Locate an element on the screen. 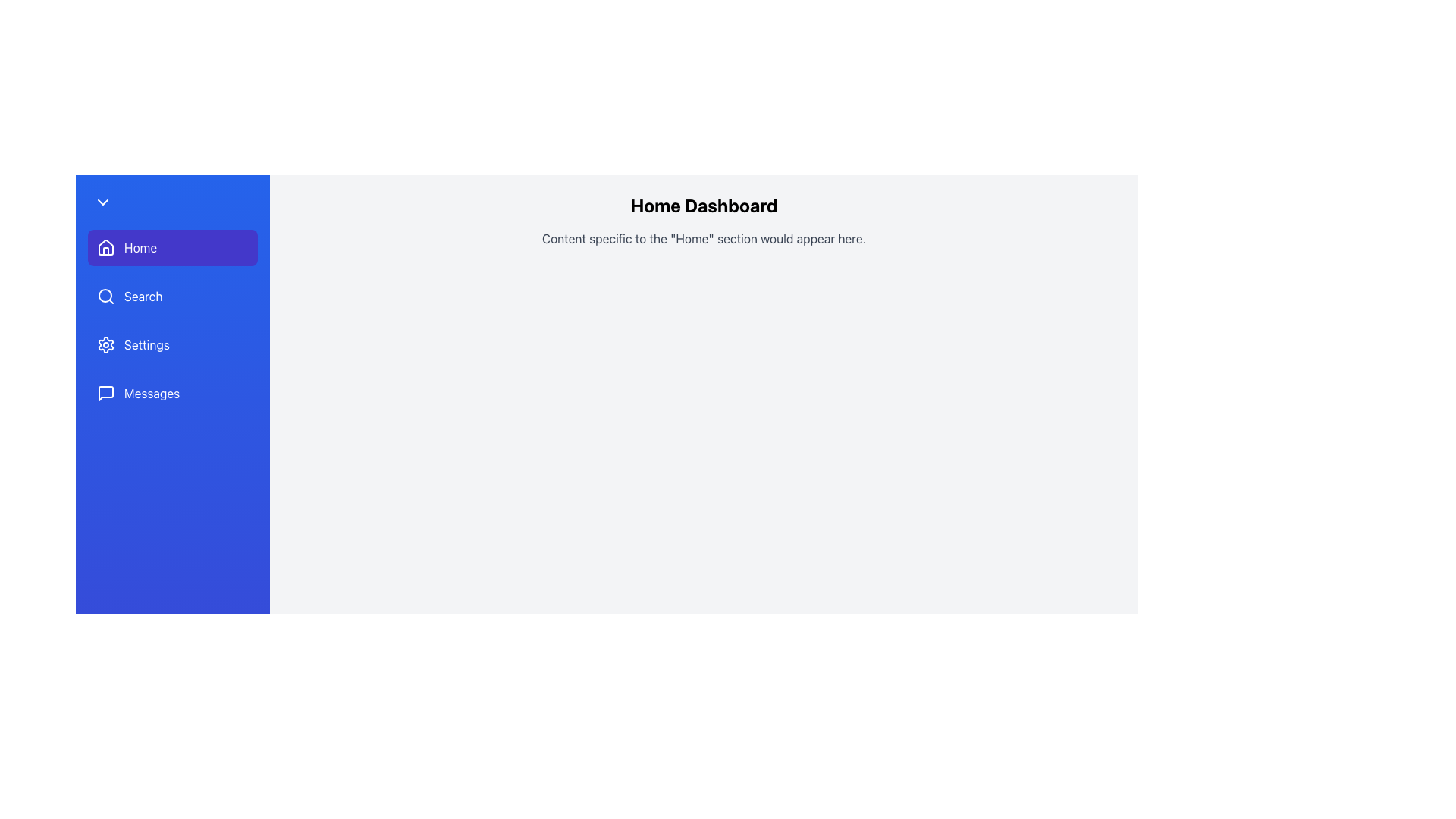 The width and height of the screenshot is (1456, 819). the navigation button located below the 'Home' button and above the 'Settings' button is located at coordinates (172, 296).